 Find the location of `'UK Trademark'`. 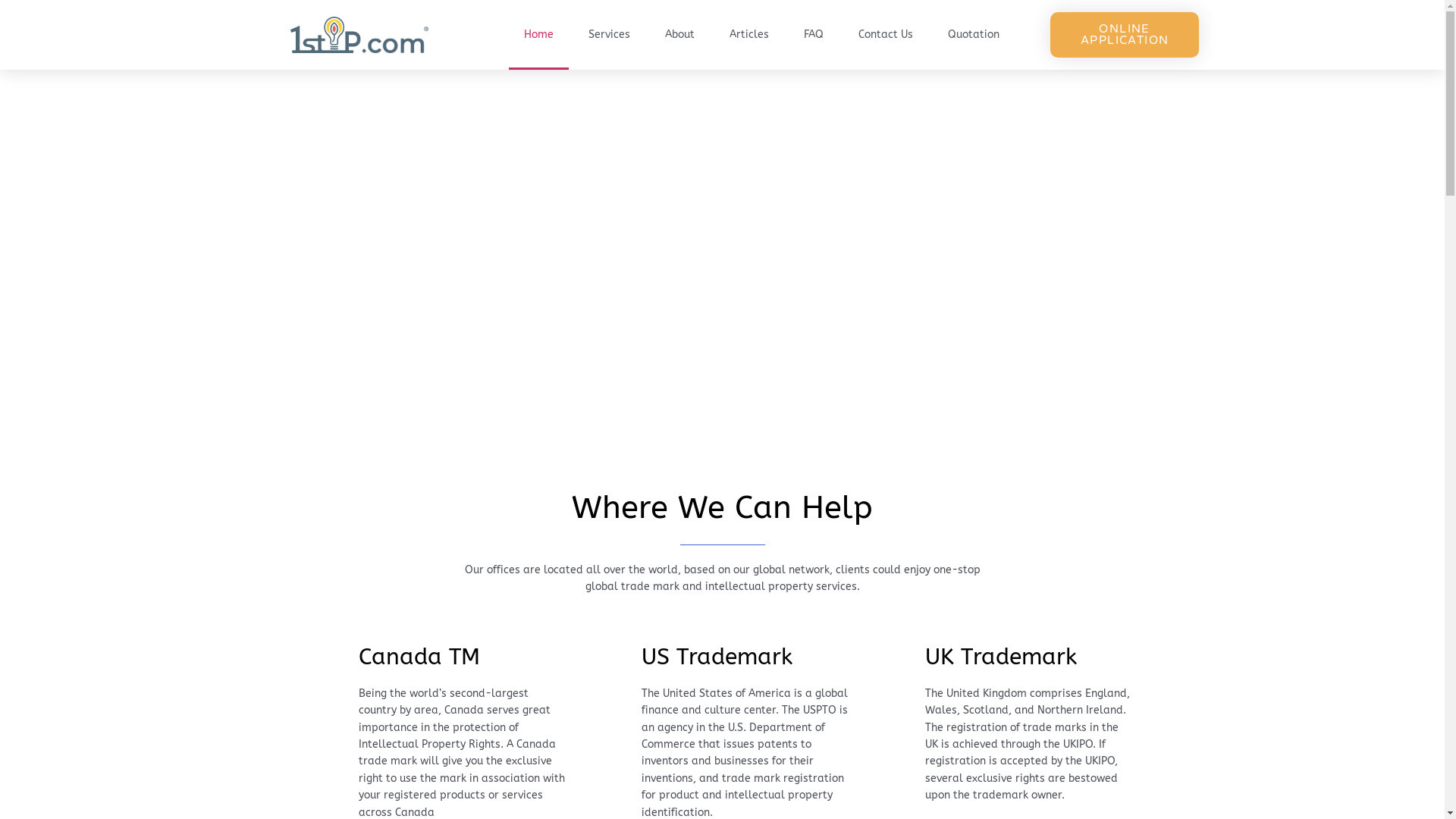

'UK Trademark' is located at coordinates (1001, 656).